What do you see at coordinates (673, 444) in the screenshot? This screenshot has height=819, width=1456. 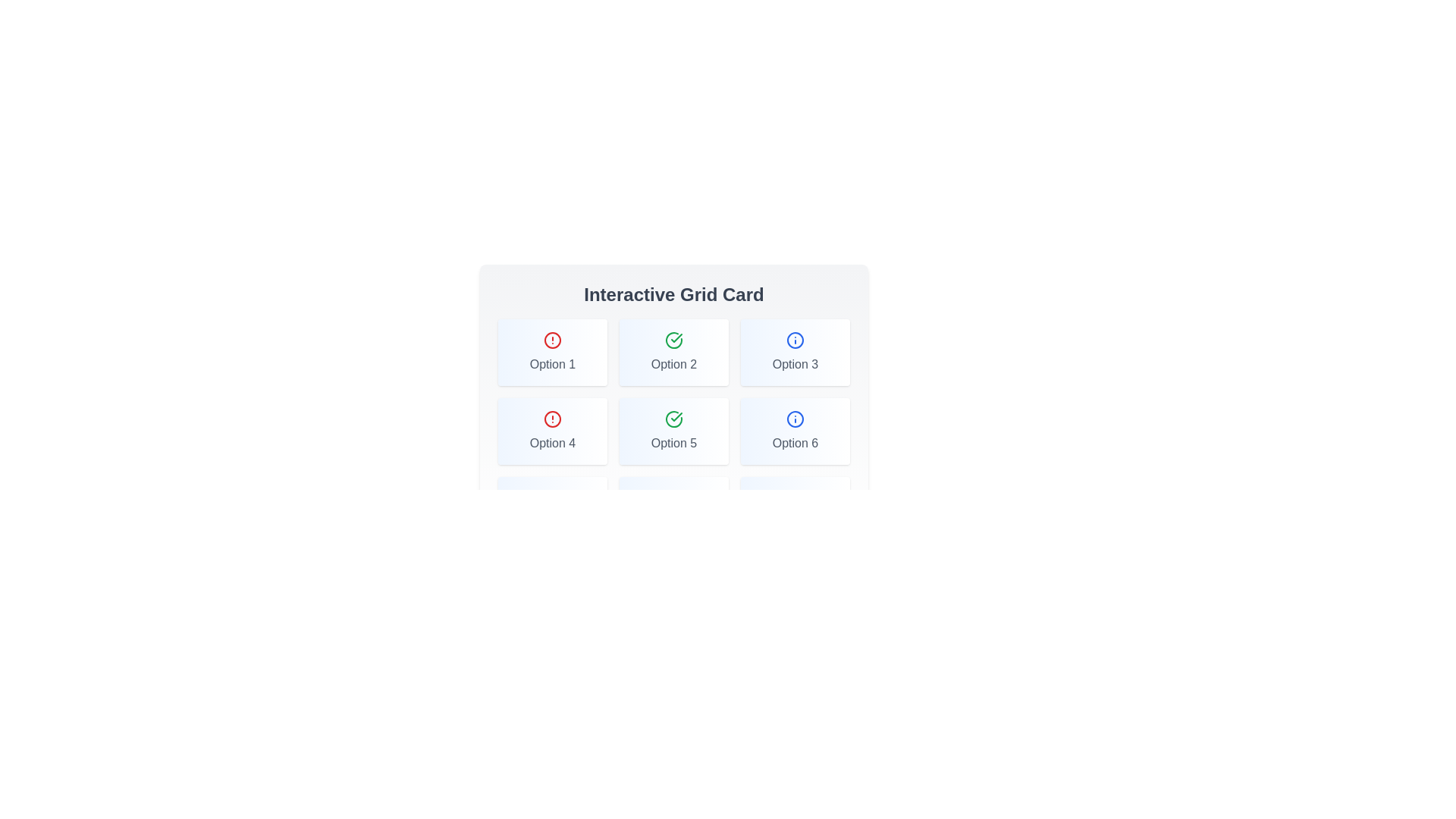 I see `the text label 'Option 5' located in the bottom-left corner of the interactive grid of options` at bounding box center [673, 444].